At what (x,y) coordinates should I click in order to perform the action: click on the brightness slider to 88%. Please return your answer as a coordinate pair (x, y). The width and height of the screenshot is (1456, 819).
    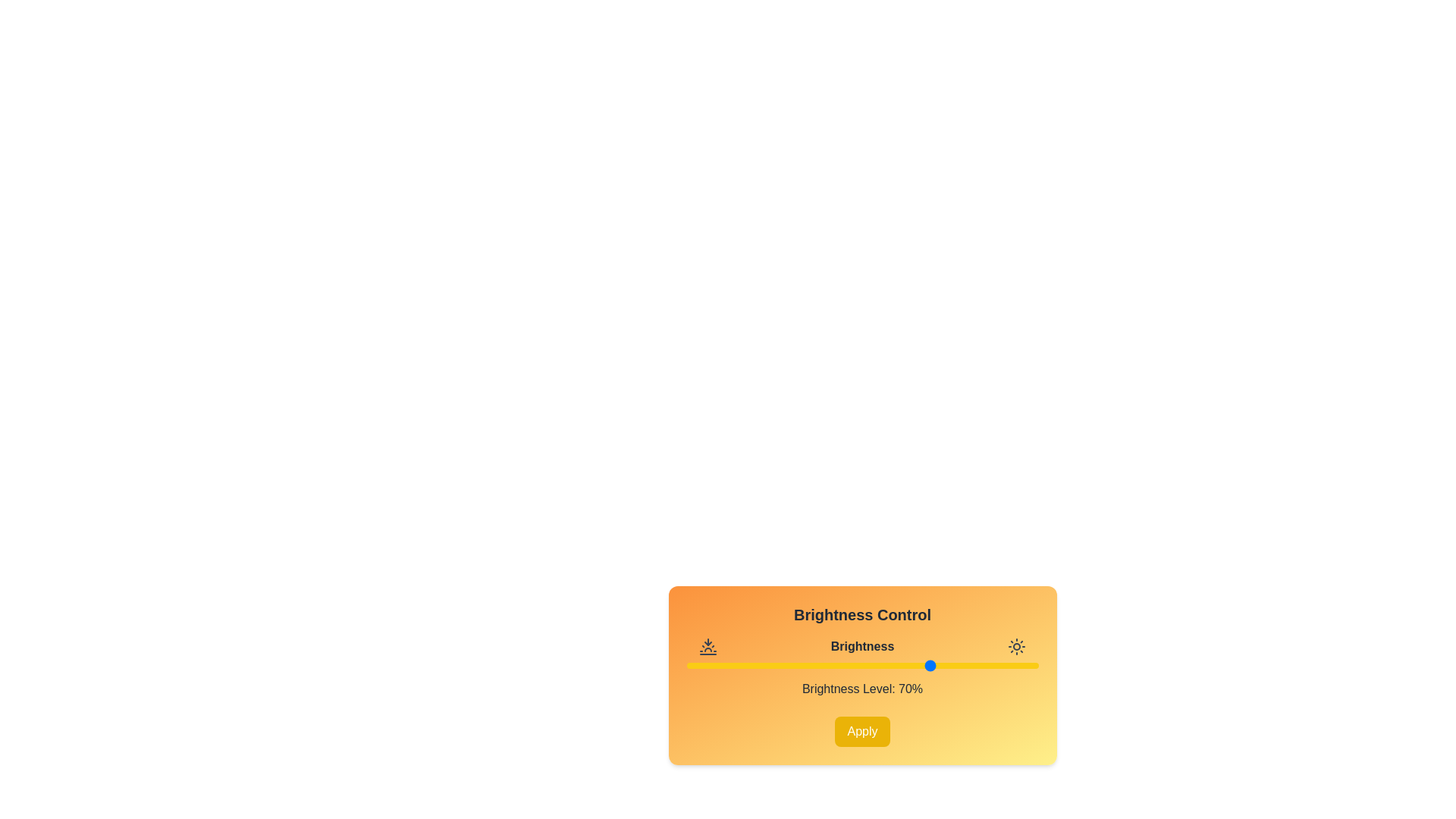
    Looking at the image, I should click on (996, 665).